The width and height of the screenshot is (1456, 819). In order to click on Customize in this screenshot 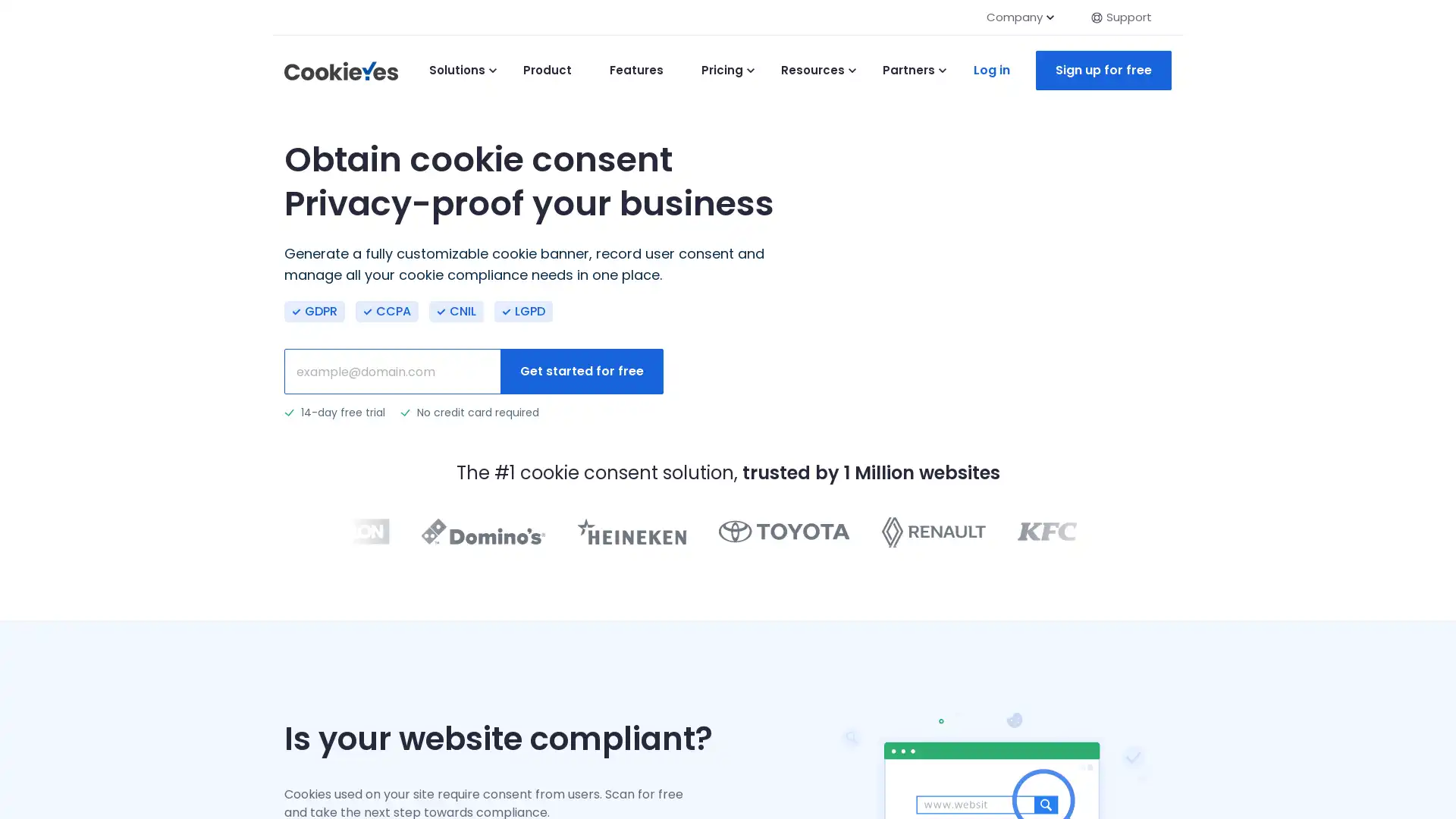, I will do `click(98, 755)`.